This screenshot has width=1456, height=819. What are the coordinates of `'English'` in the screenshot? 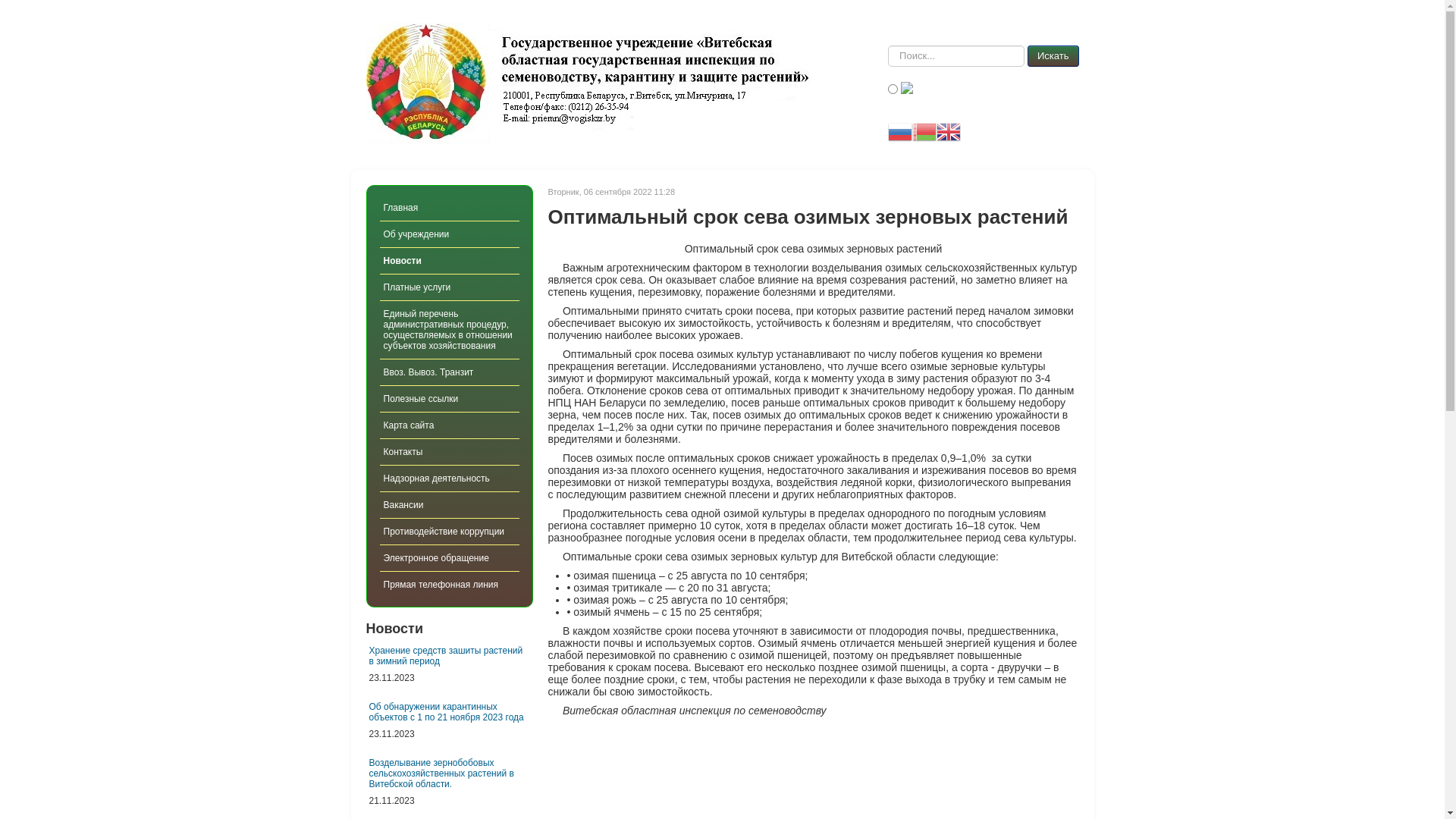 It's located at (935, 130).